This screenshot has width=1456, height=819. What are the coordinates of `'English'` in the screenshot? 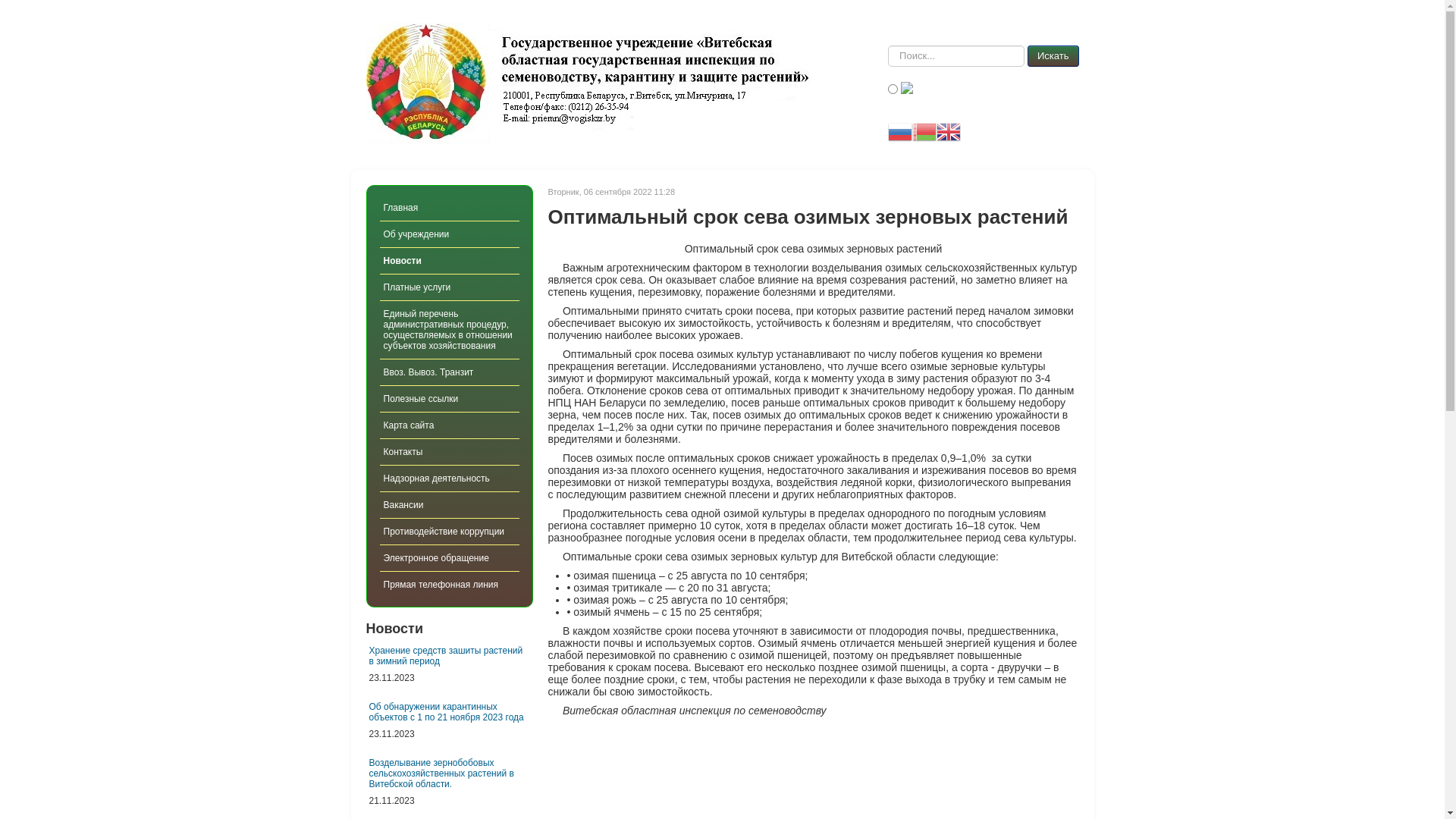 It's located at (935, 130).